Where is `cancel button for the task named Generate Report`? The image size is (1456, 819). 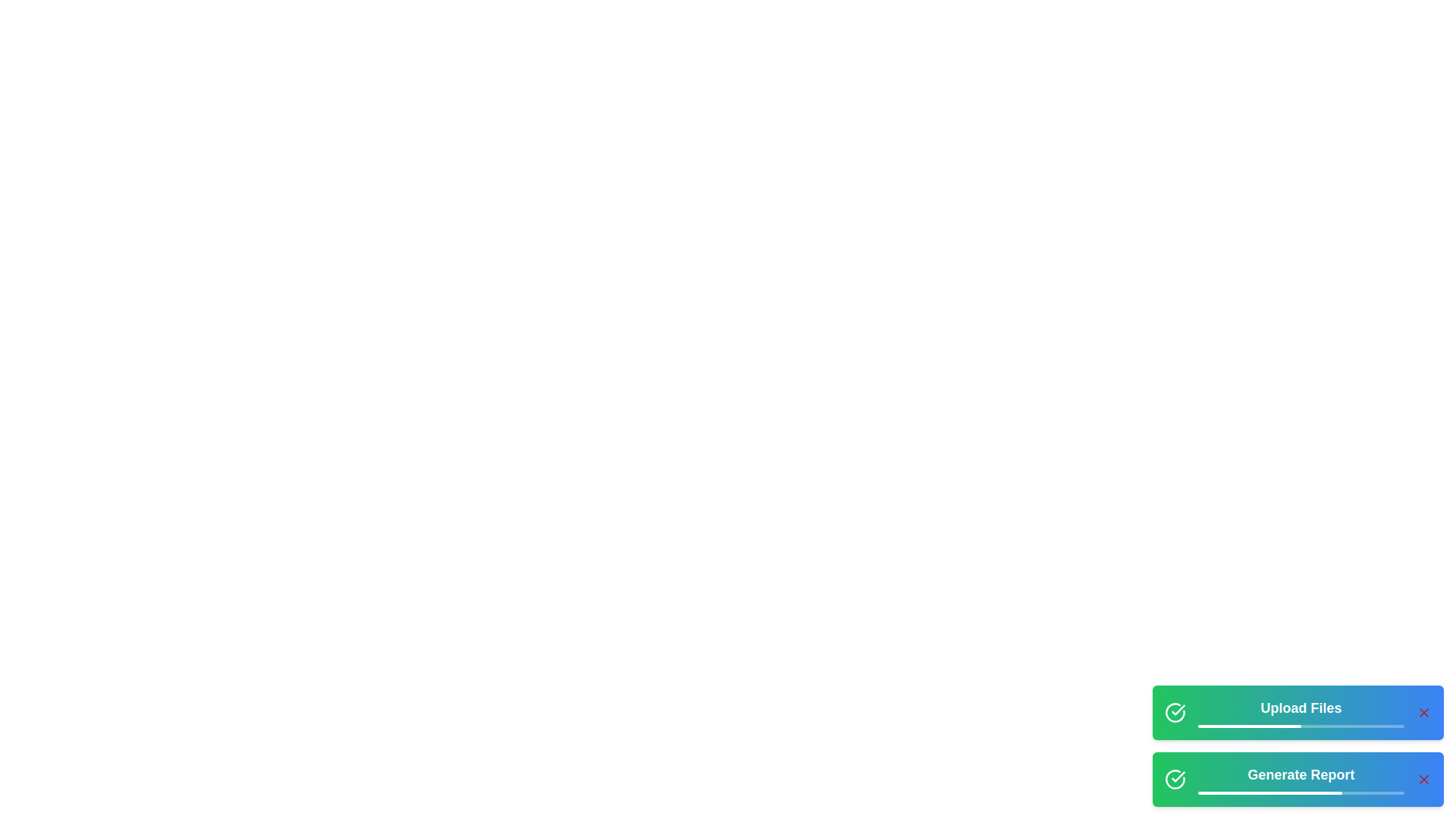 cancel button for the task named Generate Report is located at coordinates (1423, 780).